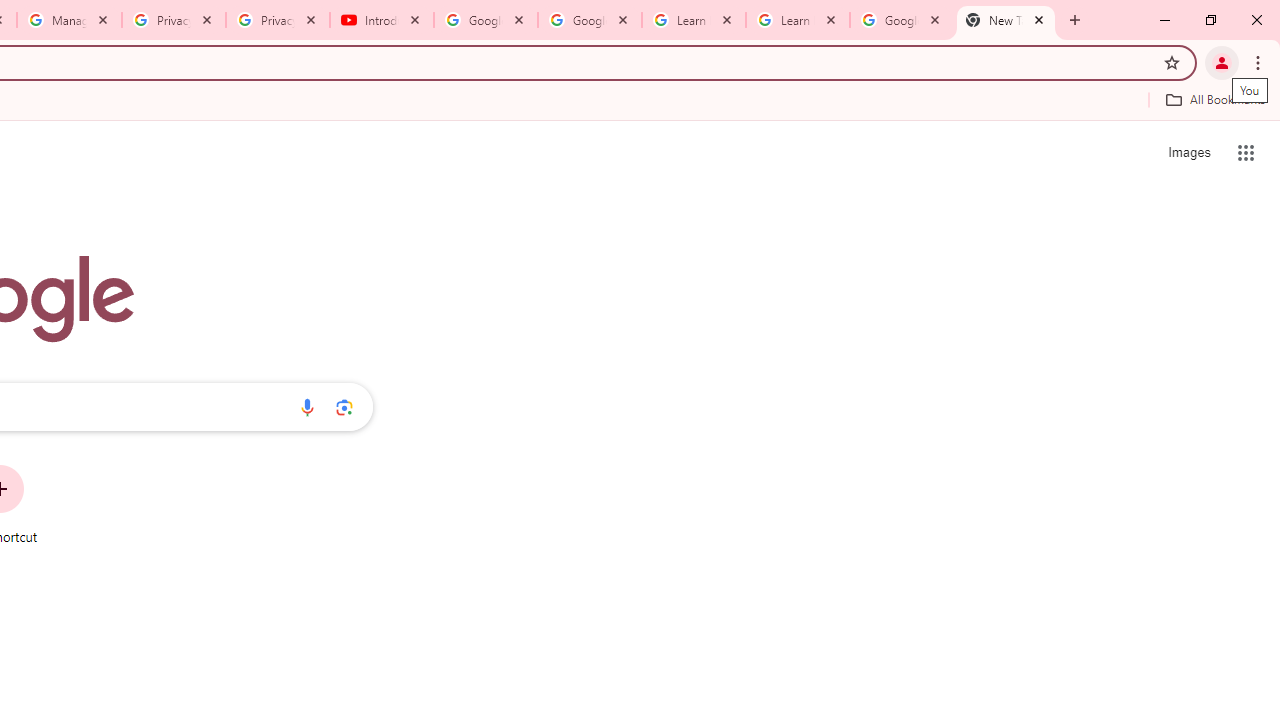  Describe the element at coordinates (1006, 20) in the screenshot. I see `'New Tab'` at that location.